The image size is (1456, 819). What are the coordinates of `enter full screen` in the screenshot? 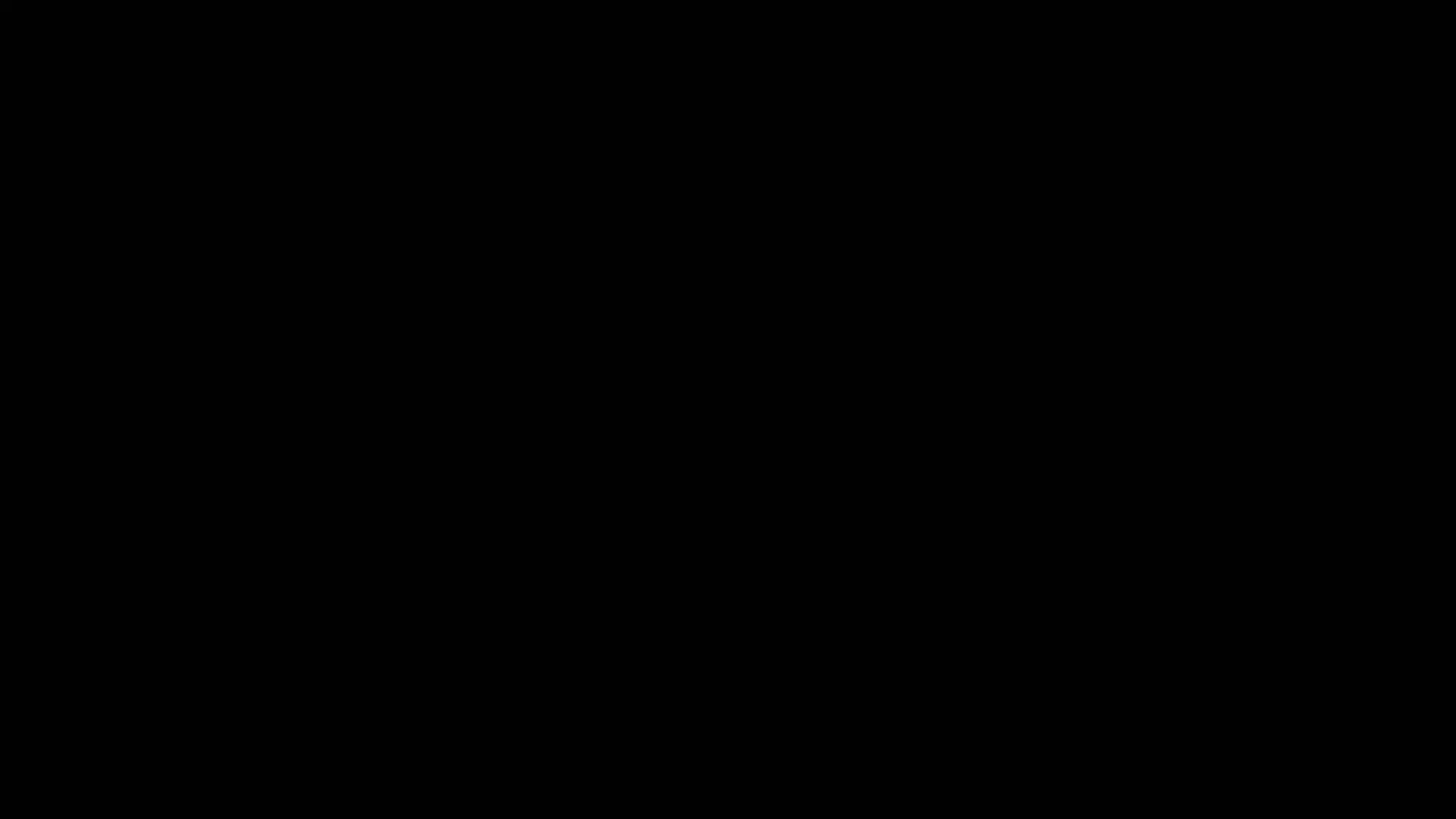 It's located at (1371, 776).